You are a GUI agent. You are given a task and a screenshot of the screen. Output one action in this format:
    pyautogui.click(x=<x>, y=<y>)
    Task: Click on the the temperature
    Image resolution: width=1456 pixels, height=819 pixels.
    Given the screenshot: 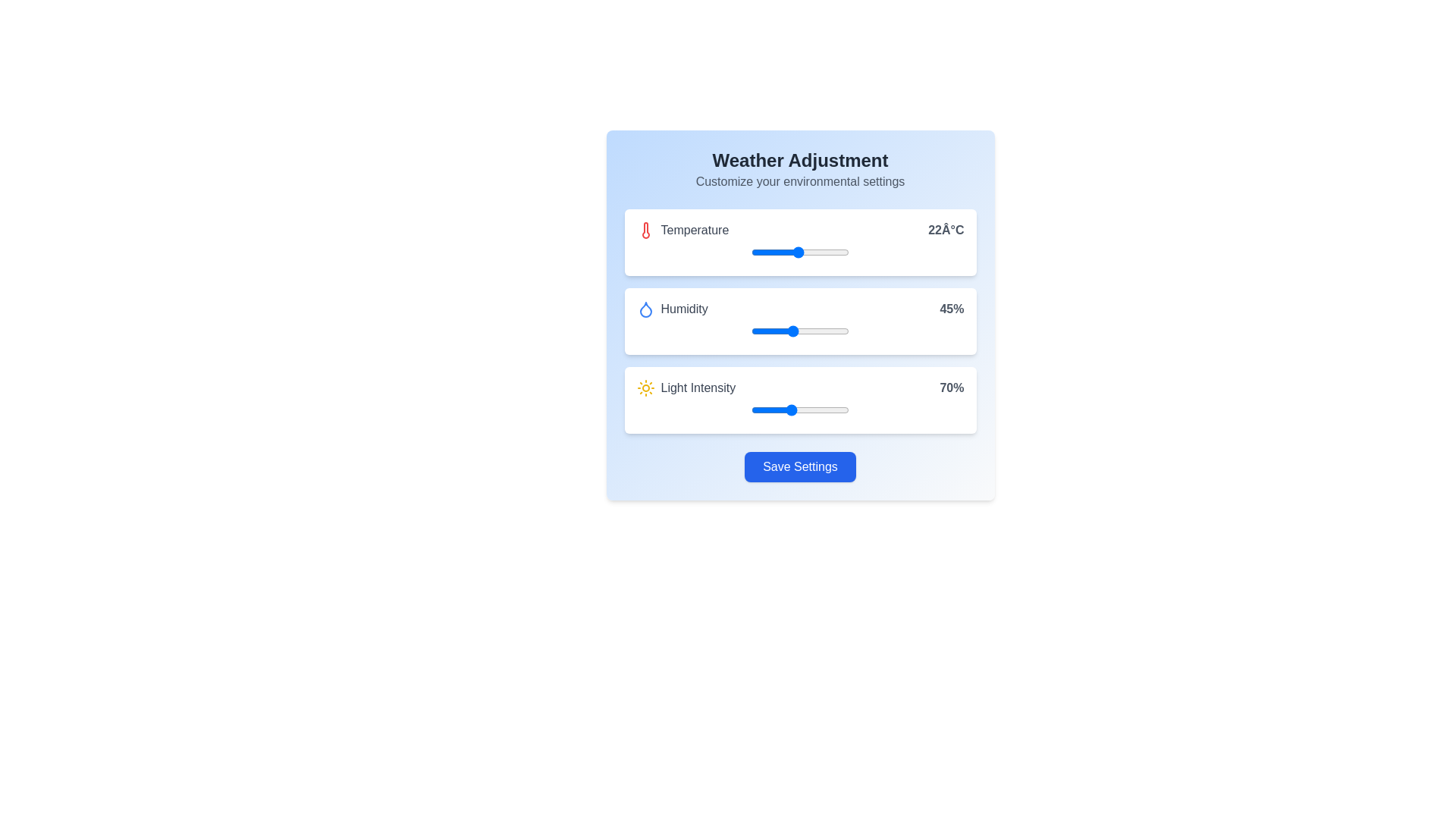 What is the action you would take?
    pyautogui.click(x=809, y=251)
    